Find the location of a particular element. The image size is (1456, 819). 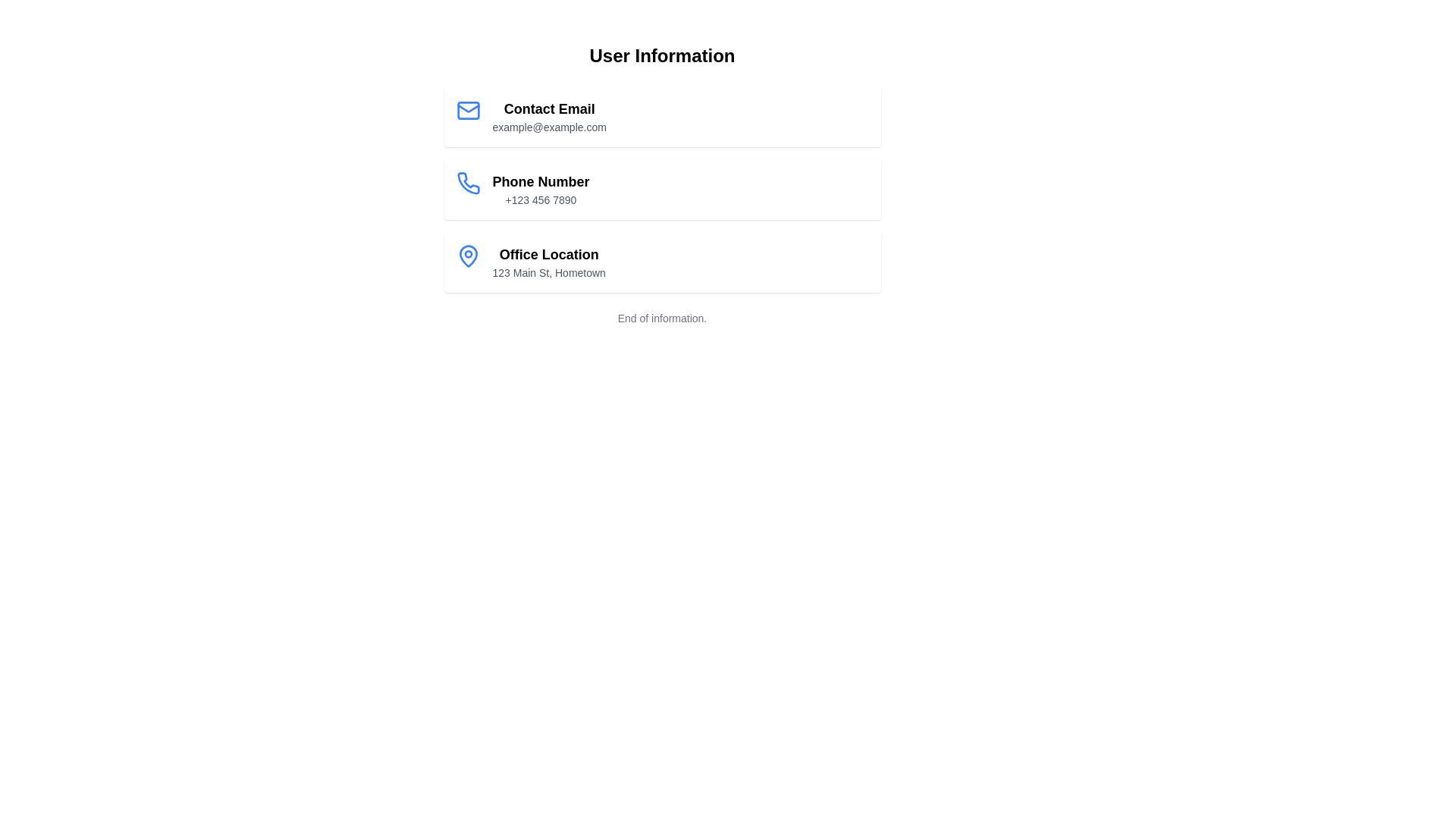

static address text located beneath the 'Office Location' header in the 'User Information' section is located at coordinates (548, 271).